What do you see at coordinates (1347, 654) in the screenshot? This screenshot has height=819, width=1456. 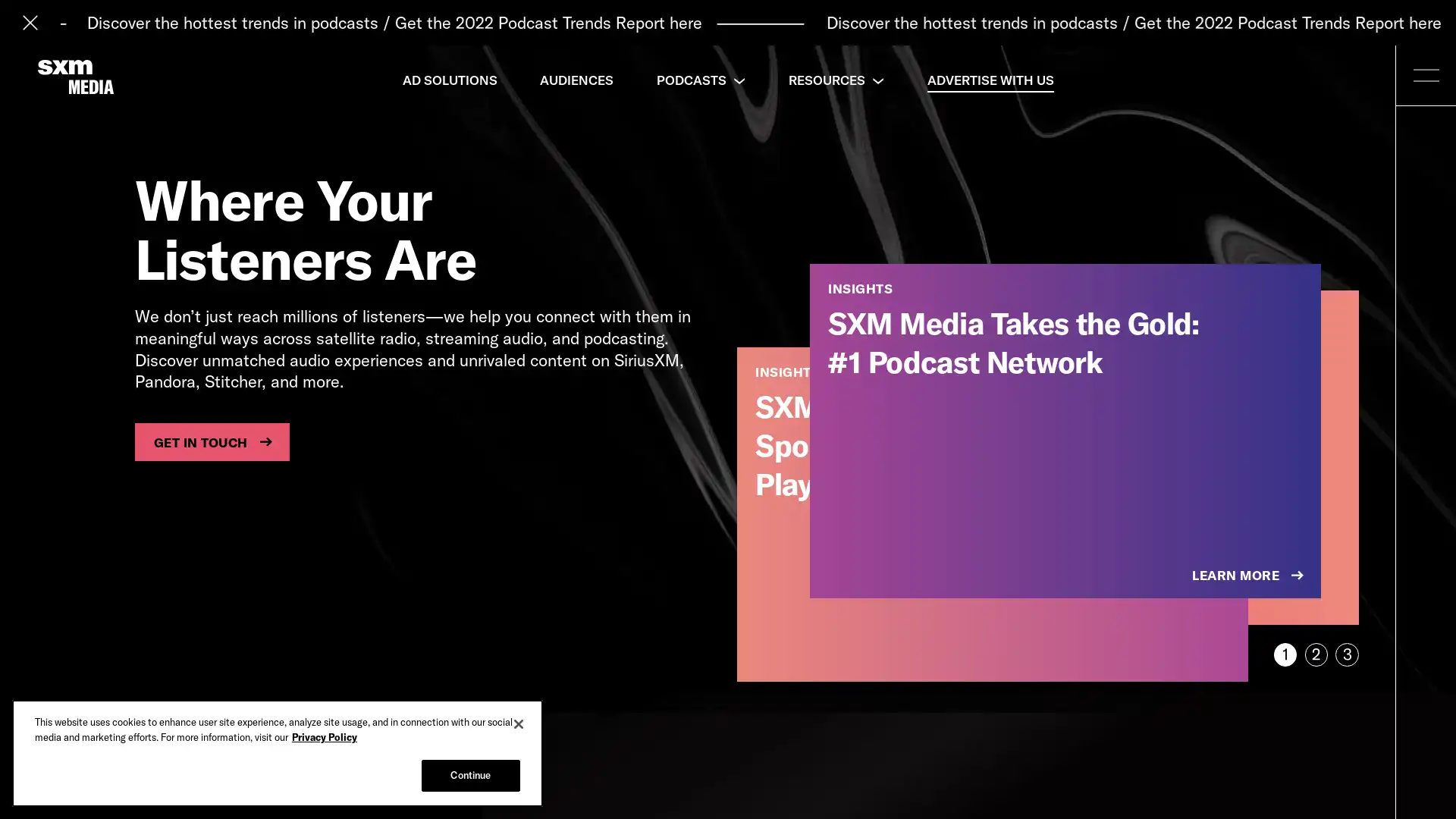 I see `3` at bounding box center [1347, 654].